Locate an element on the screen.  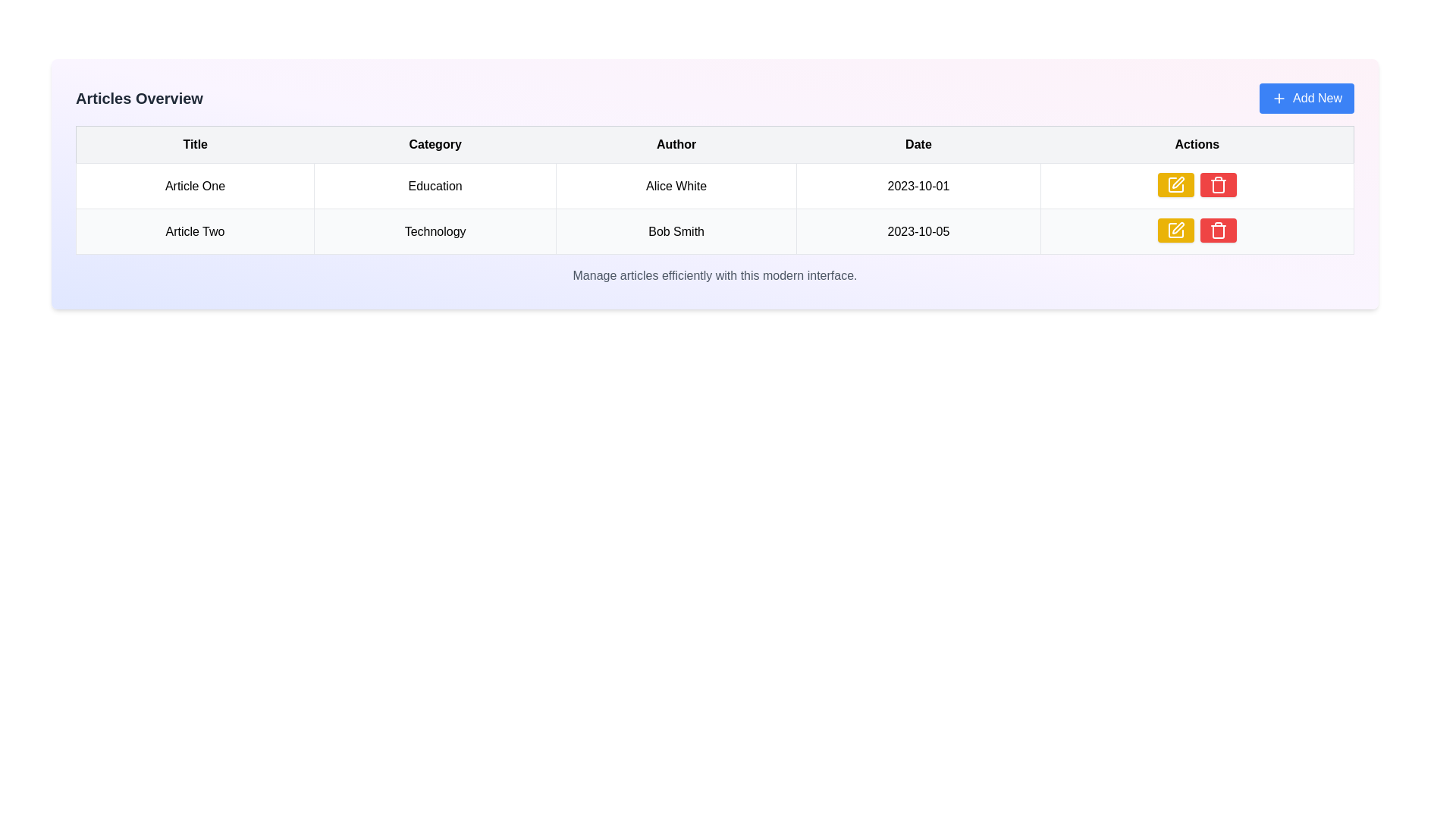
the informational text block located at the bottom of the 'Articles Overview' section, just below the articles table is located at coordinates (714, 275).